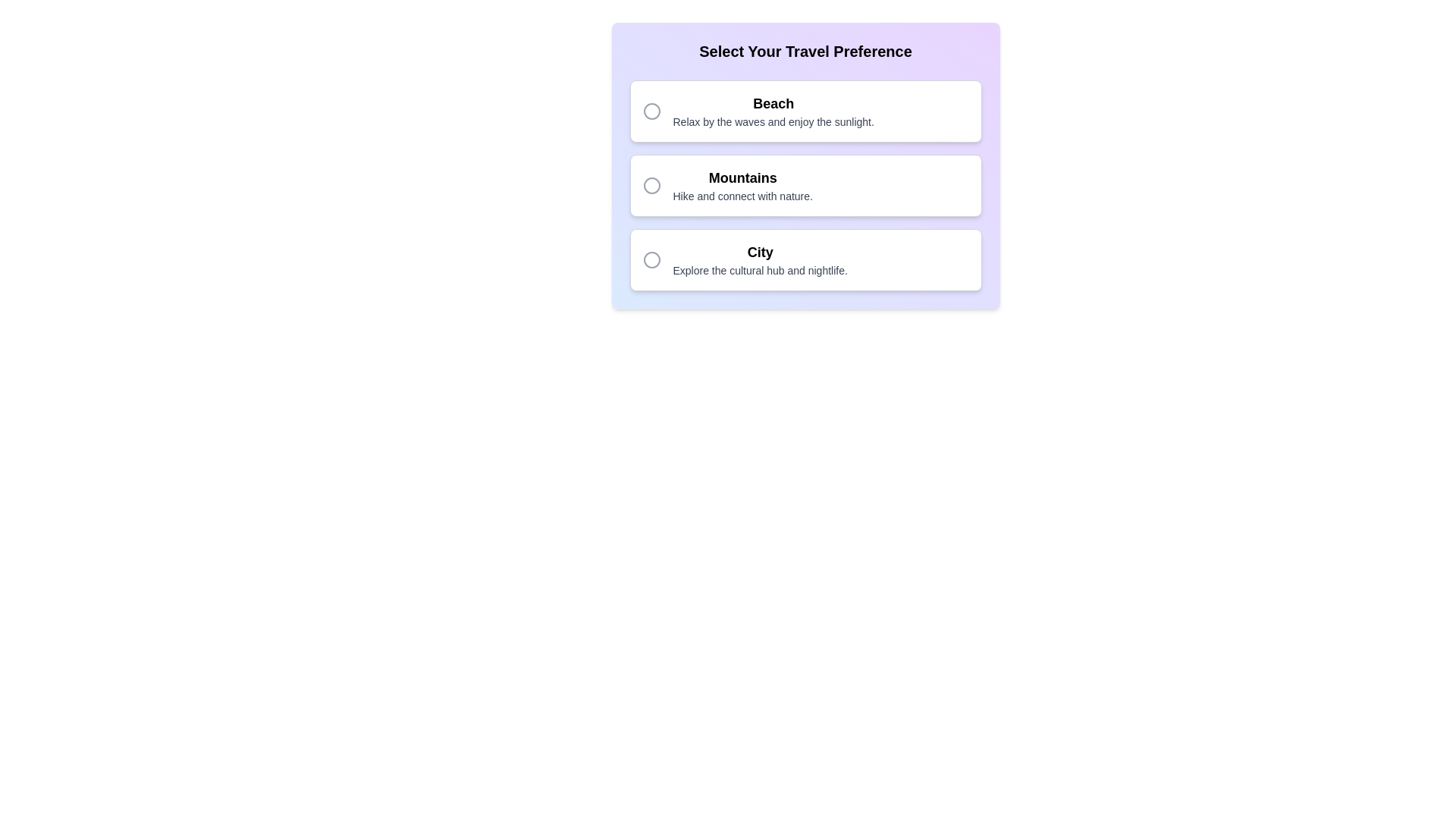  I want to click on text of the Static label titled 'Mountains' in the travel preferences selection, which is positioned above the description 'Hike and connect with nature.' and below the corresponding radio button, so click(742, 177).